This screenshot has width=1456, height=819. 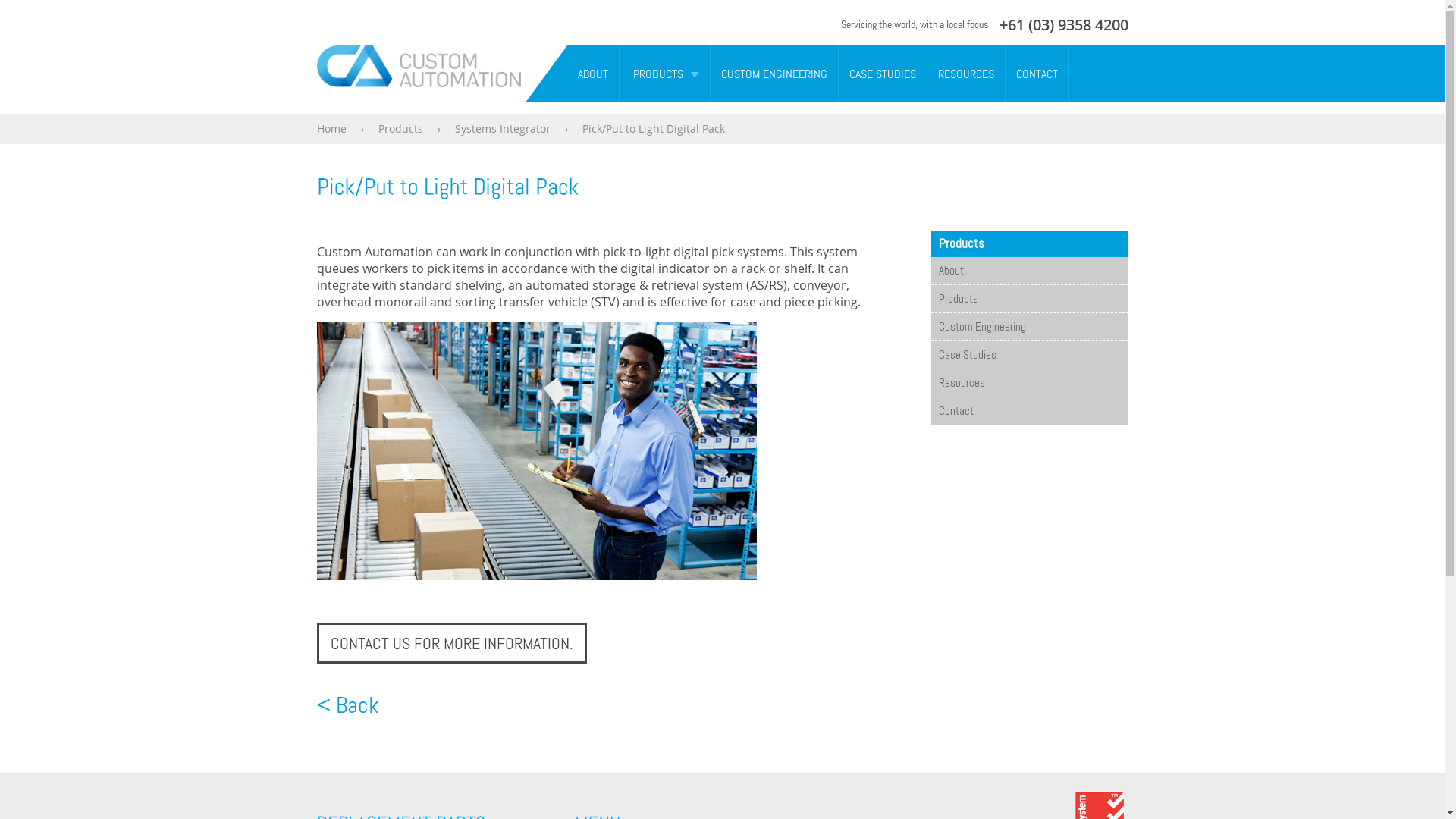 I want to click on 'PRODUCTS', so click(x=619, y=74).